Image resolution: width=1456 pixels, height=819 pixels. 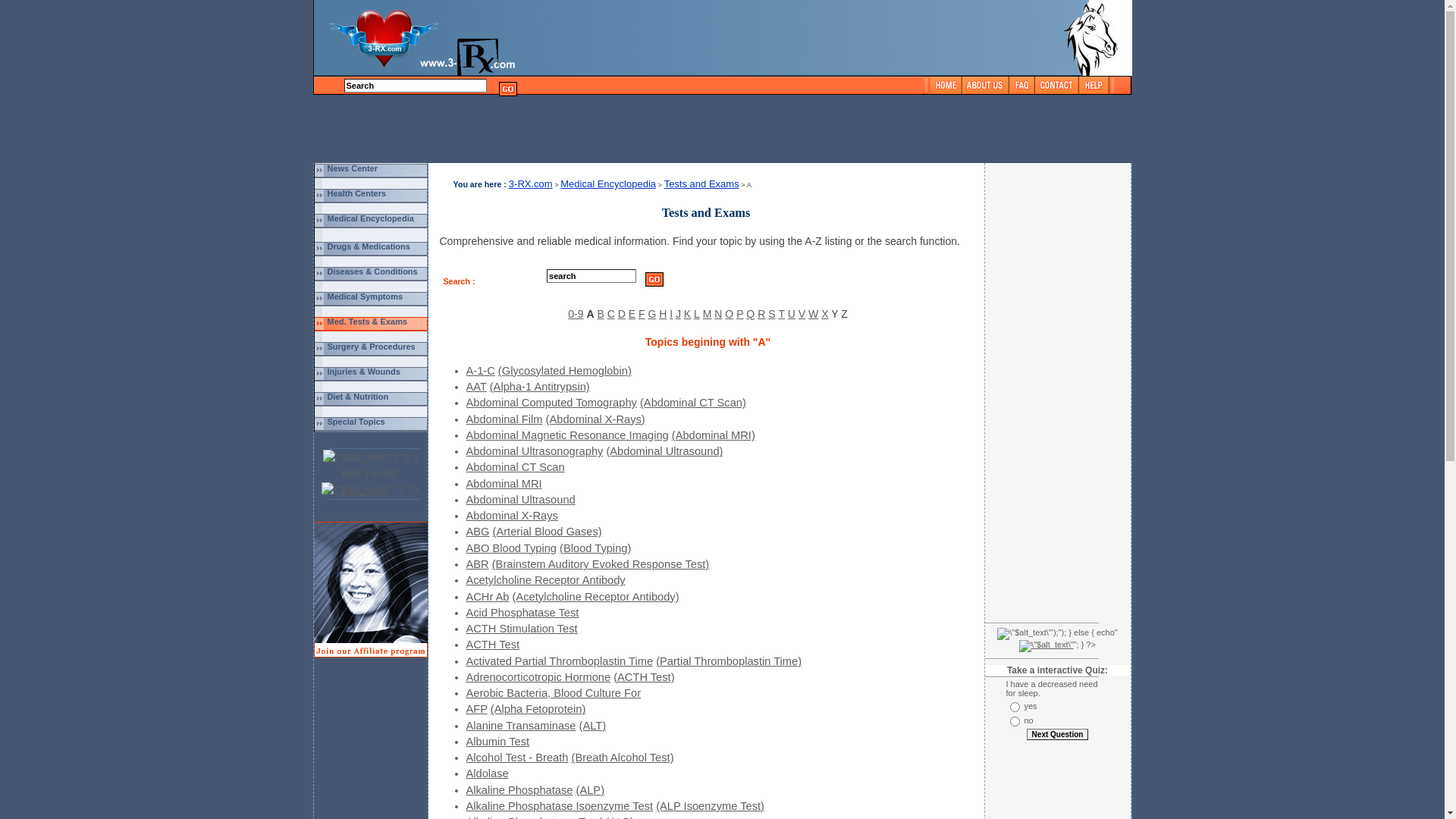 I want to click on '(ALP)', so click(x=589, y=789).